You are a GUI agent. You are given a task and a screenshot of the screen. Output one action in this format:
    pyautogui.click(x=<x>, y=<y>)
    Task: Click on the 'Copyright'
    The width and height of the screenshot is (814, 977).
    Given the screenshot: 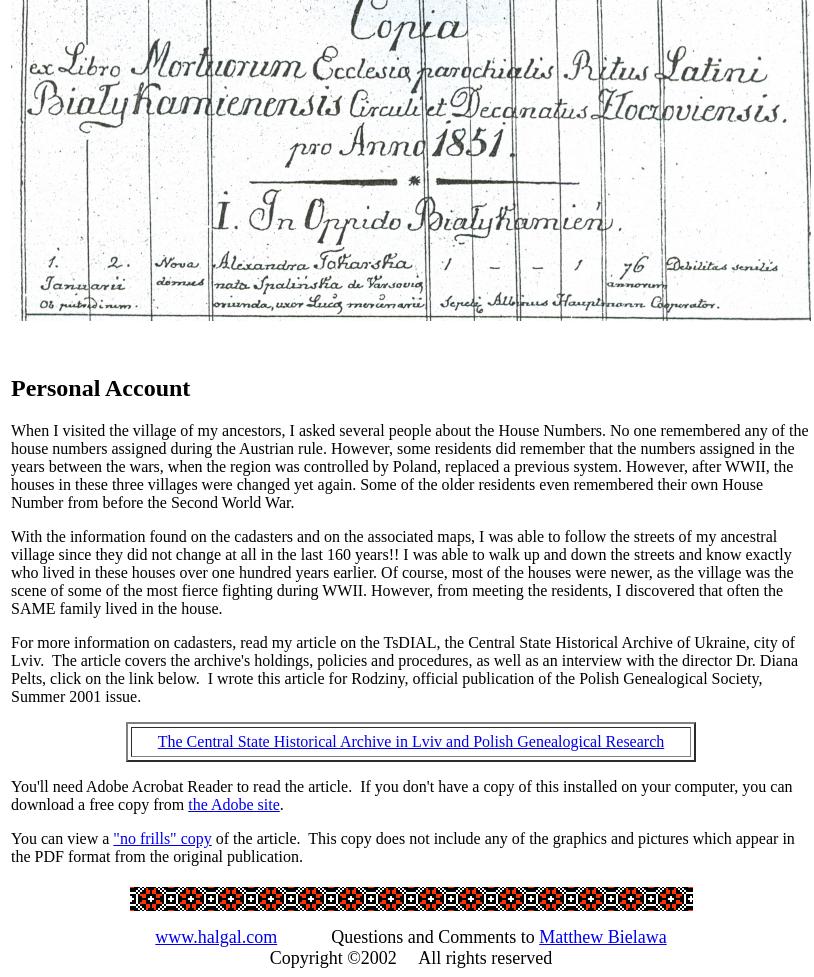 What is the action you would take?
    pyautogui.click(x=308, y=955)
    